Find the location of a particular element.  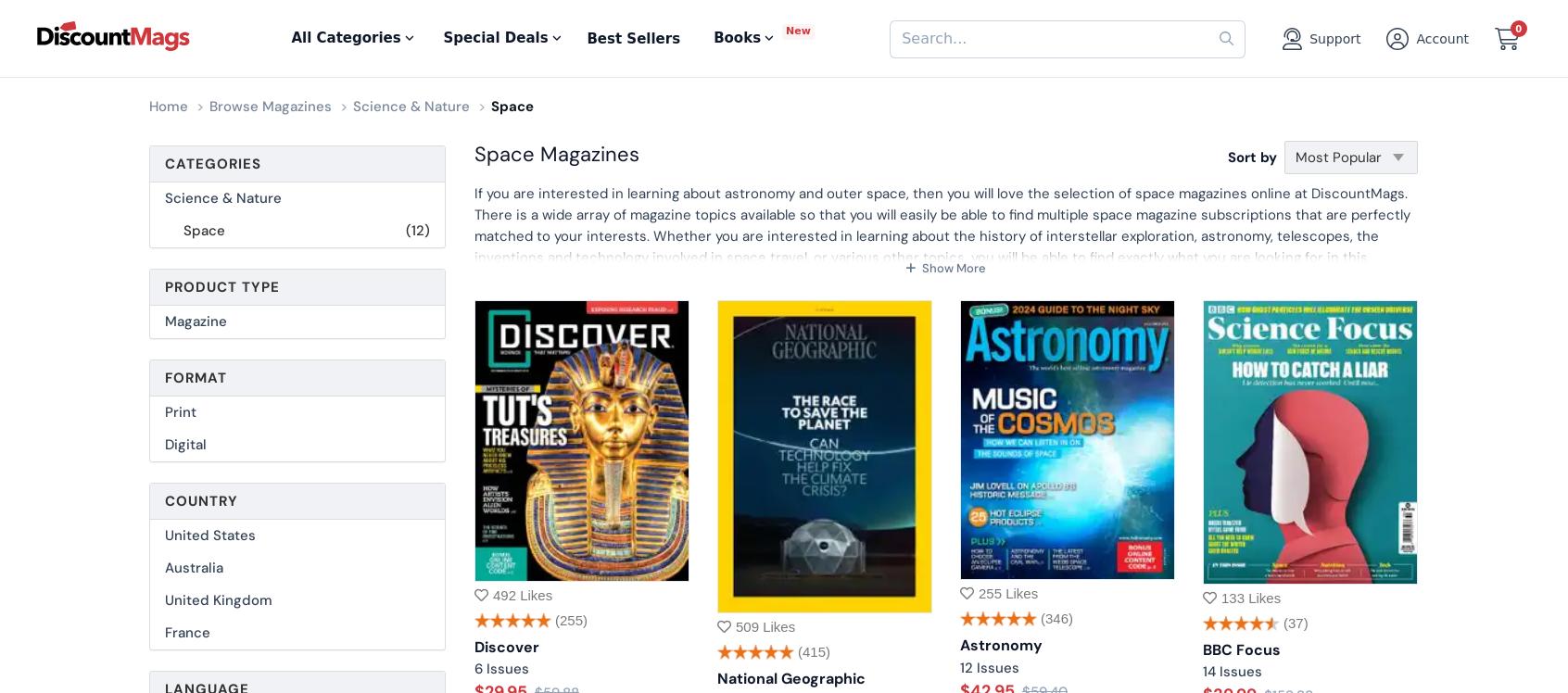

'Australia' is located at coordinates (193, 566).